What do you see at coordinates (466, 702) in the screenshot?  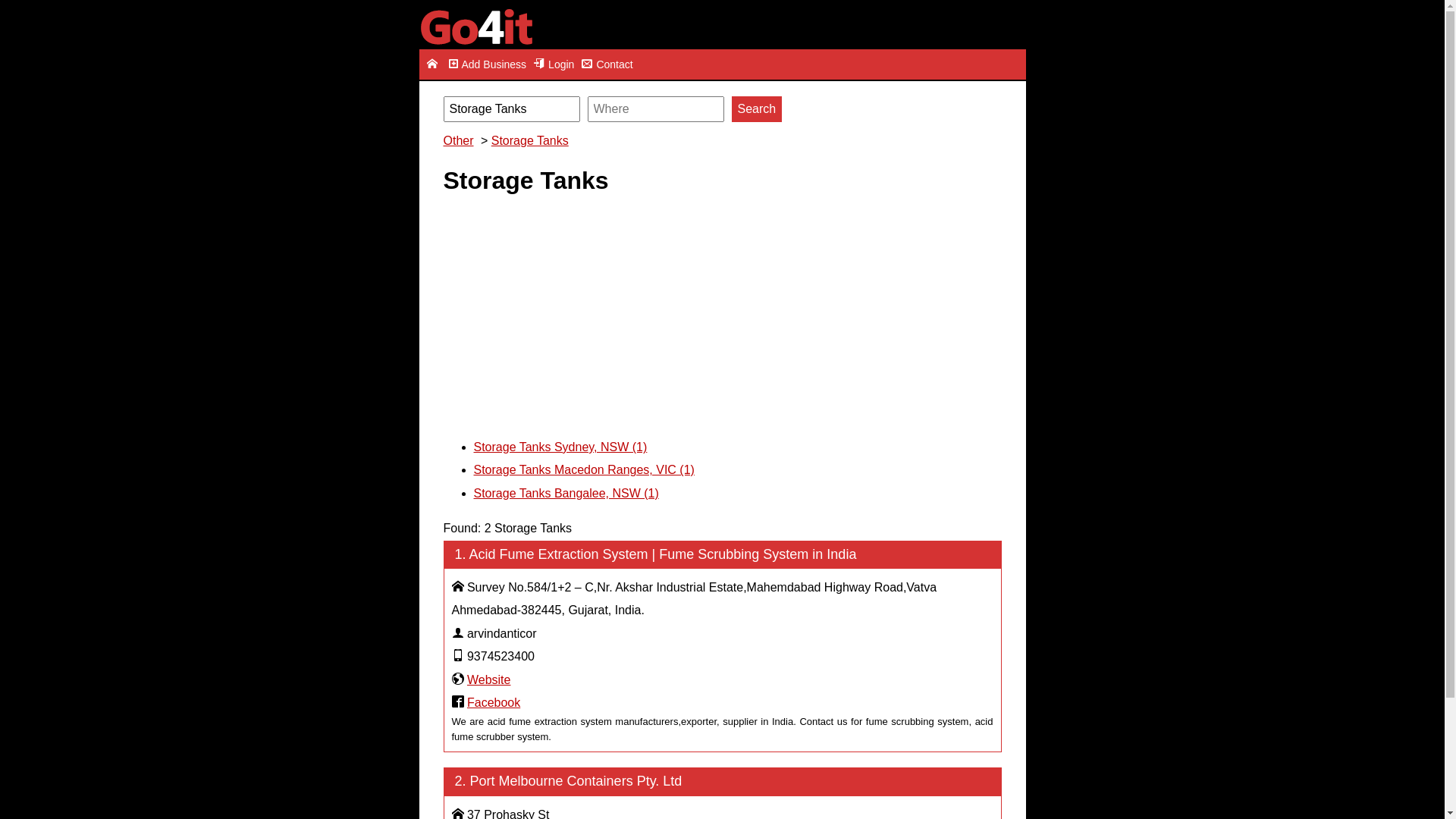 I see `'Facebook'` at bounding box center [466, 702].